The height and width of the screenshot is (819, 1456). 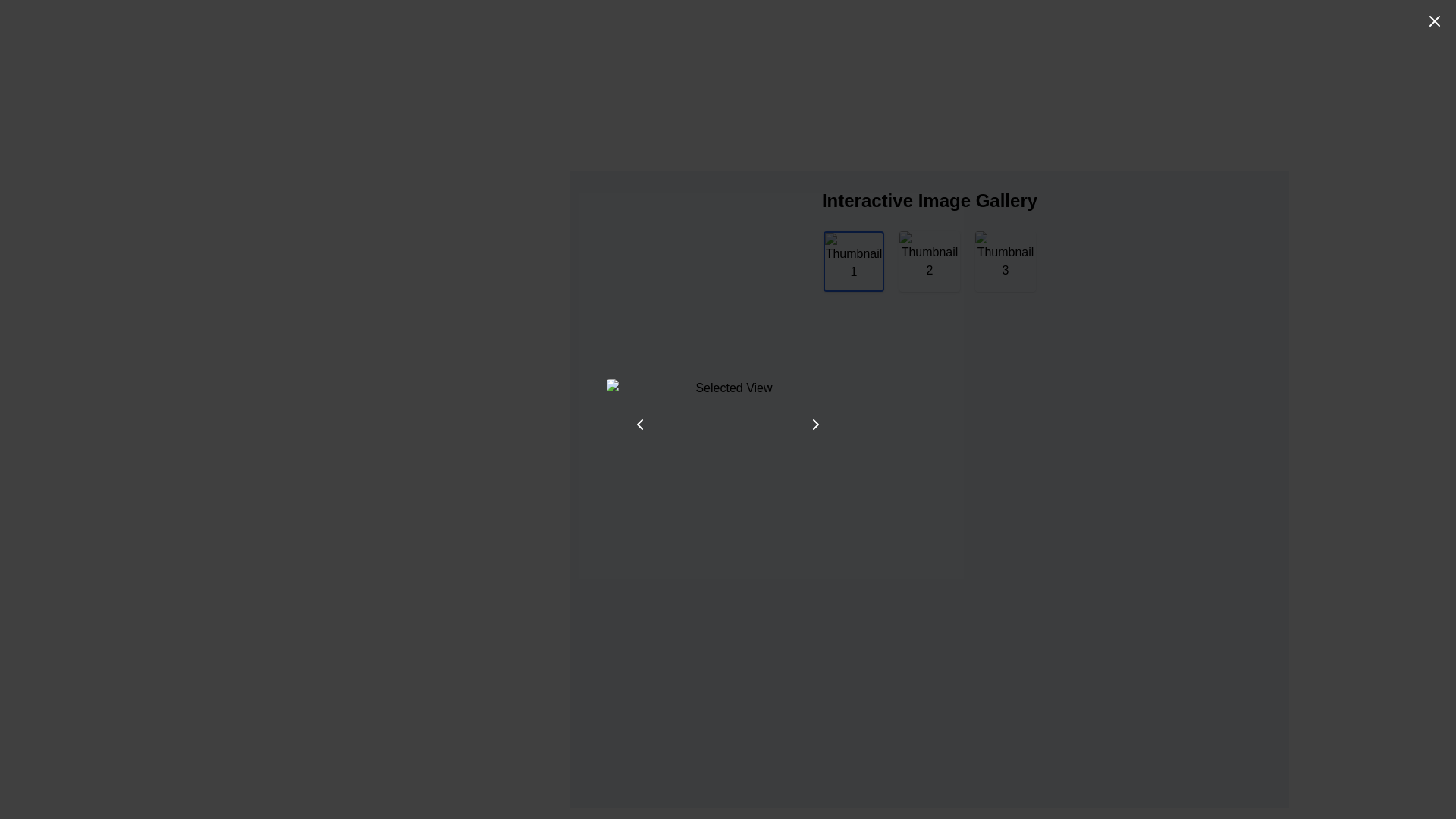 What do you see at coordinates (1005, 260) in the screenshot?
I see `the third thumbnail image in the gallery to trigger a visual scale effect` at bounding box center [1005, 260].